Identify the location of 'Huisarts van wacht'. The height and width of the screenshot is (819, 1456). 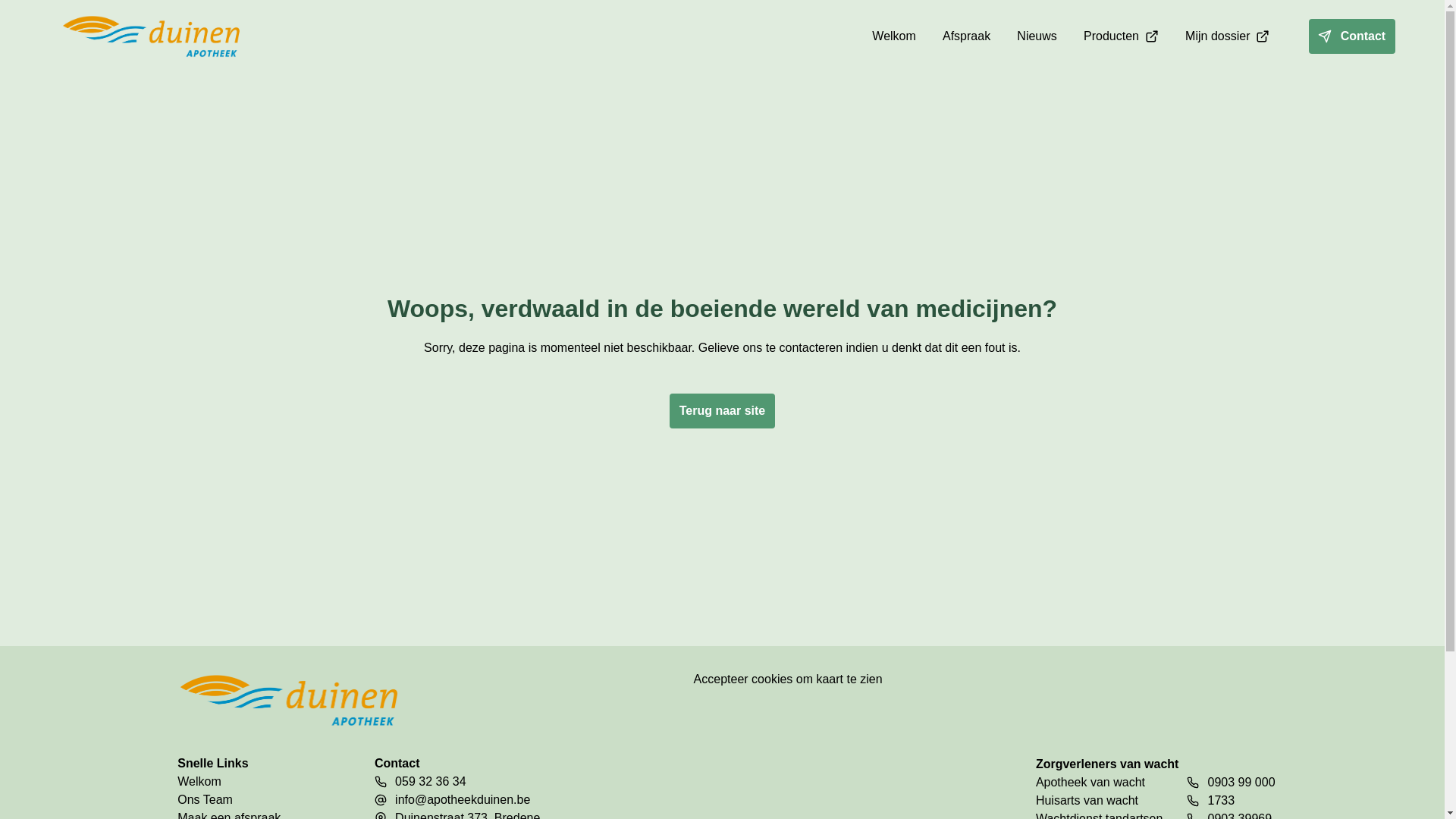
(1035, 800).